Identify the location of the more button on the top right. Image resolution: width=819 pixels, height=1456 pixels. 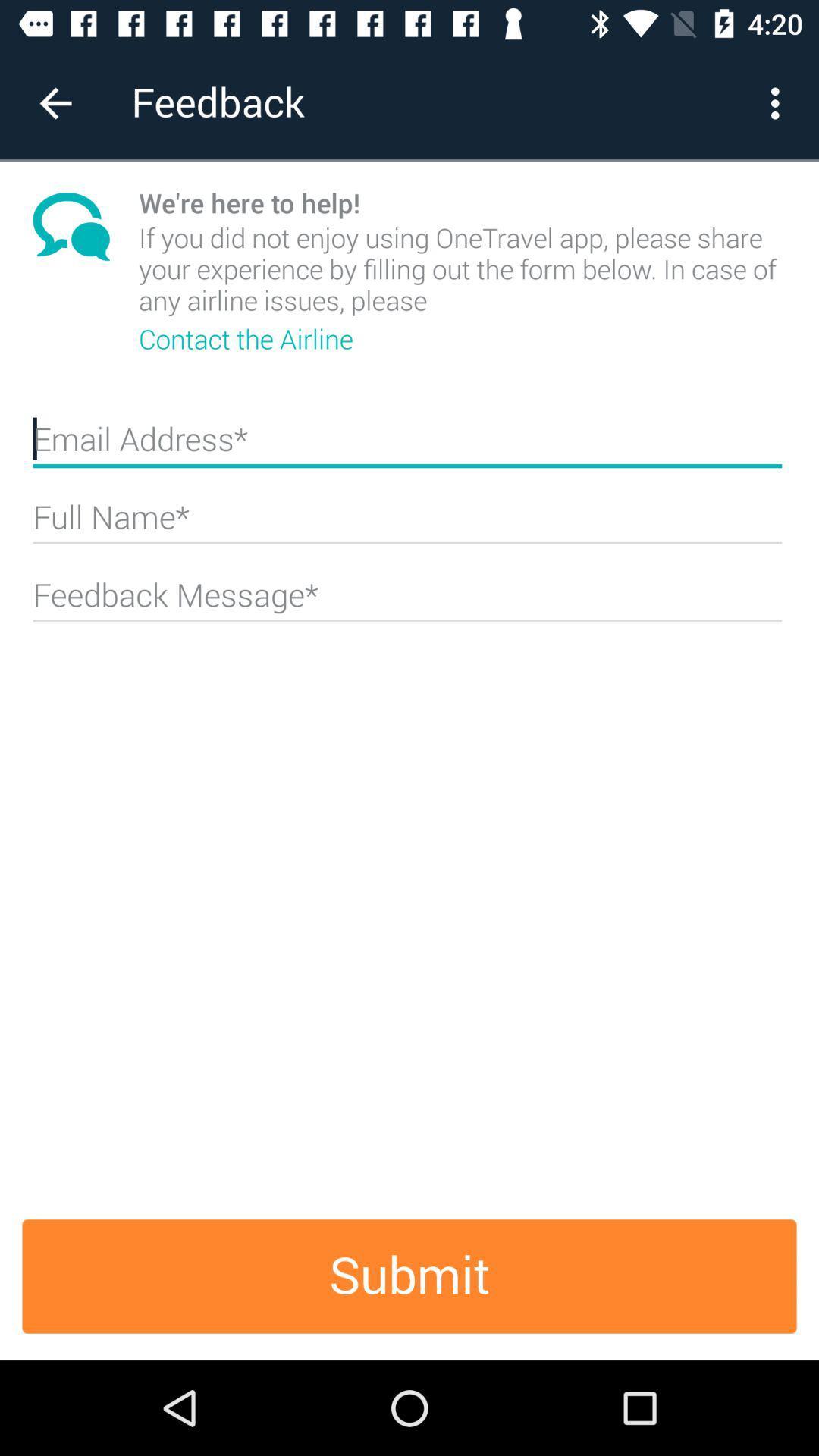
(779, 103).